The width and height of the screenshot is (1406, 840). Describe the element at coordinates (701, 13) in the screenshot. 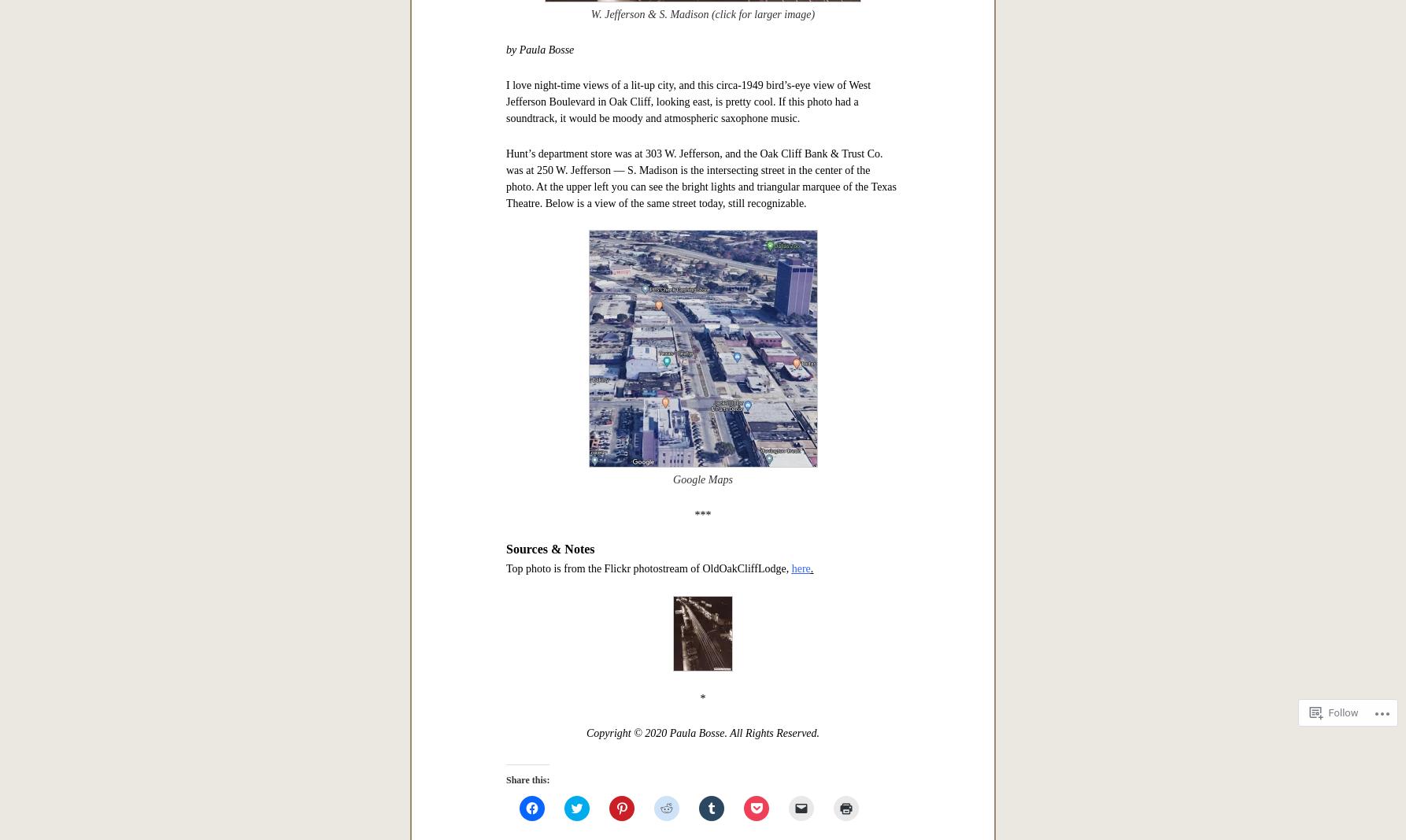

I see `'W. Jefferson & S. Madison (click for larger image)'` at that location.